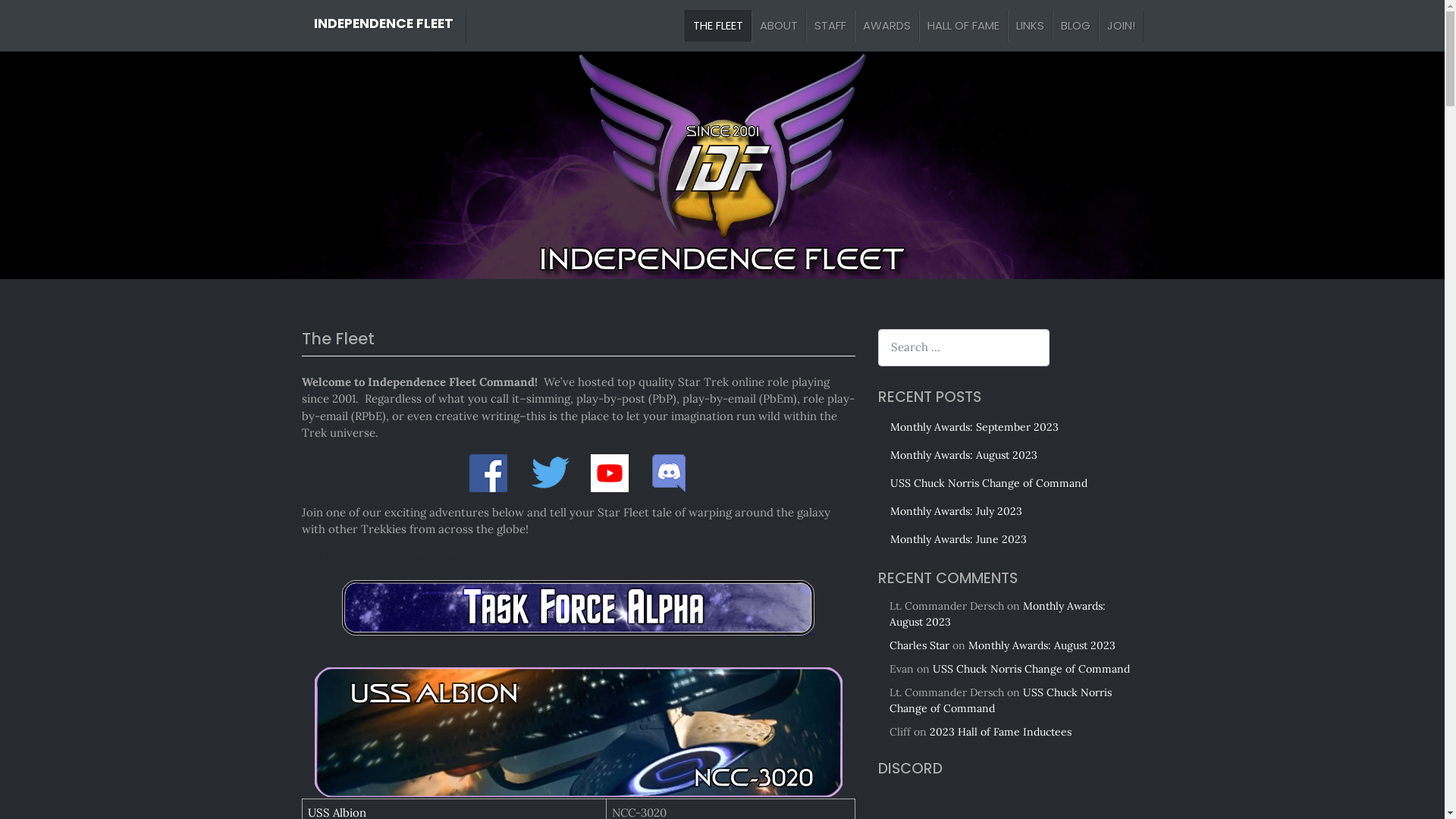 Image resolution: width=1456 pixels, height=819 pixels. What do you see at coordinates (963, 347) in the screenshot?
I see `'Search for:'` at bounding box center [963, 347].